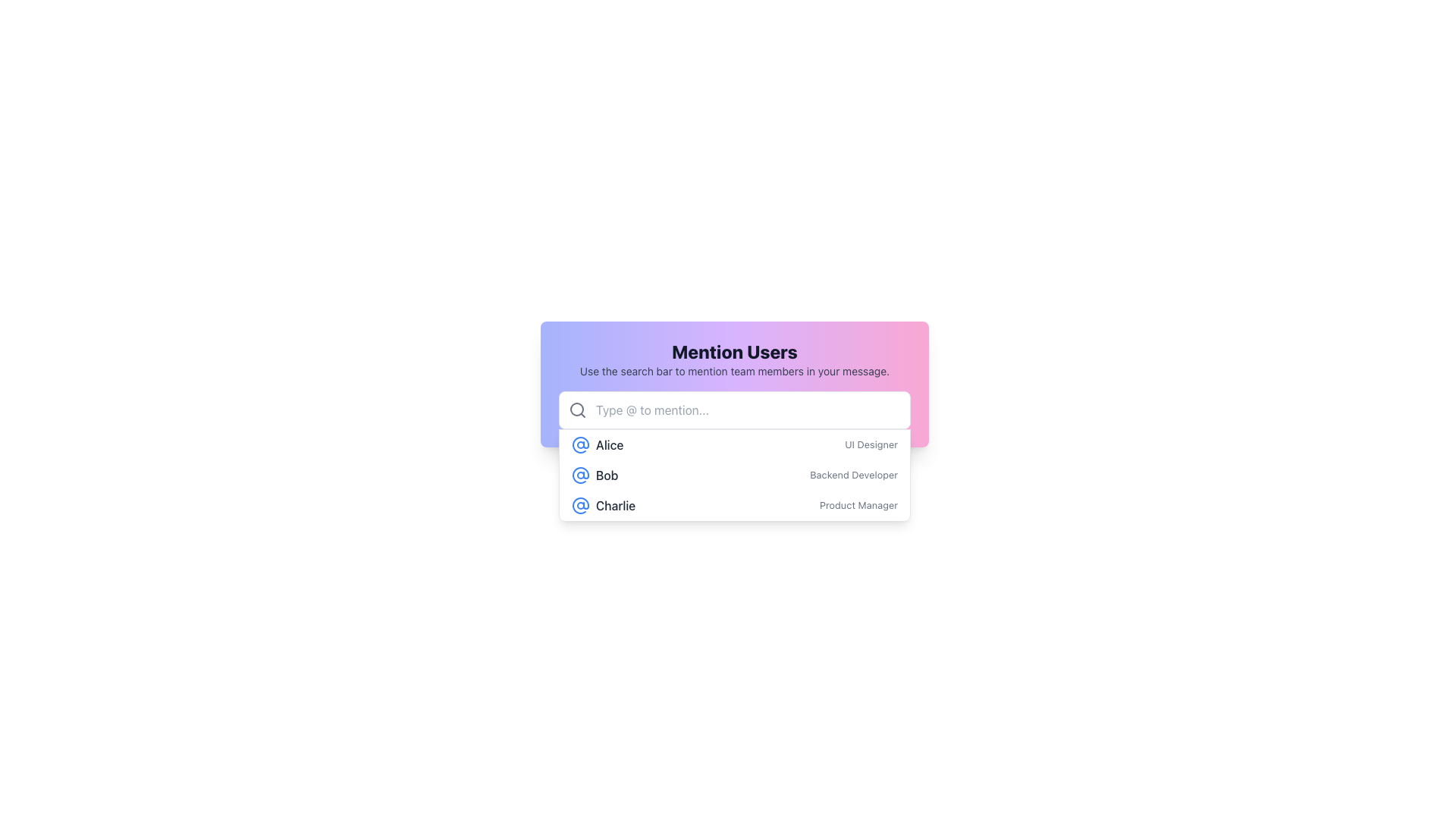 The image size is (1456, 819). I want to click on the interactive list item displaying the name 'Bob' and profession 'Backend Developer', so click(735, 475).